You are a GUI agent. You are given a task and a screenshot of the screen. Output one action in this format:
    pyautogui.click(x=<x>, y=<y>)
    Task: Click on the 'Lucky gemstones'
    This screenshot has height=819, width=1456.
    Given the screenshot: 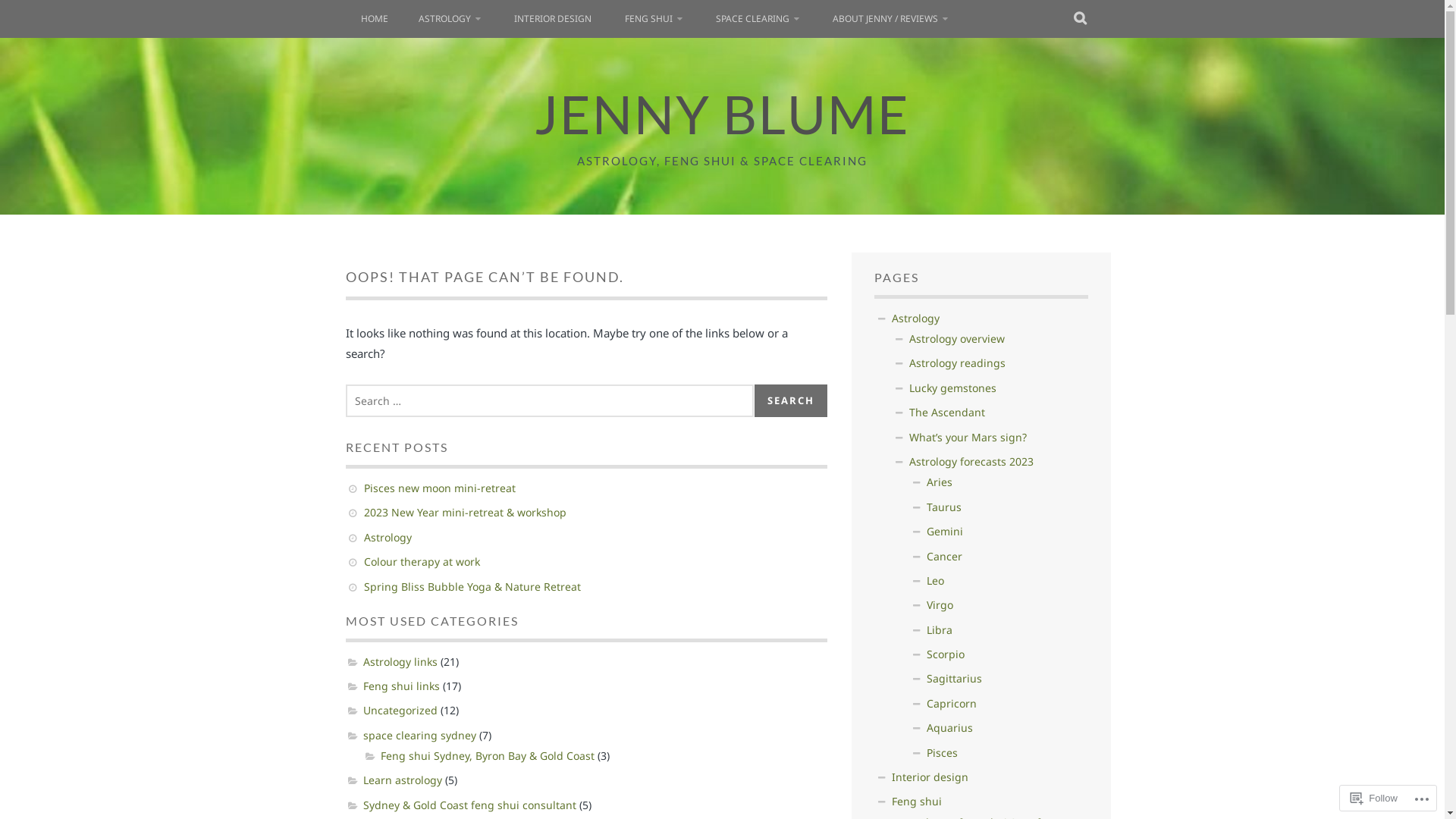 What is the action you would take?
    pyautogui.click(x=952, y=387)
    